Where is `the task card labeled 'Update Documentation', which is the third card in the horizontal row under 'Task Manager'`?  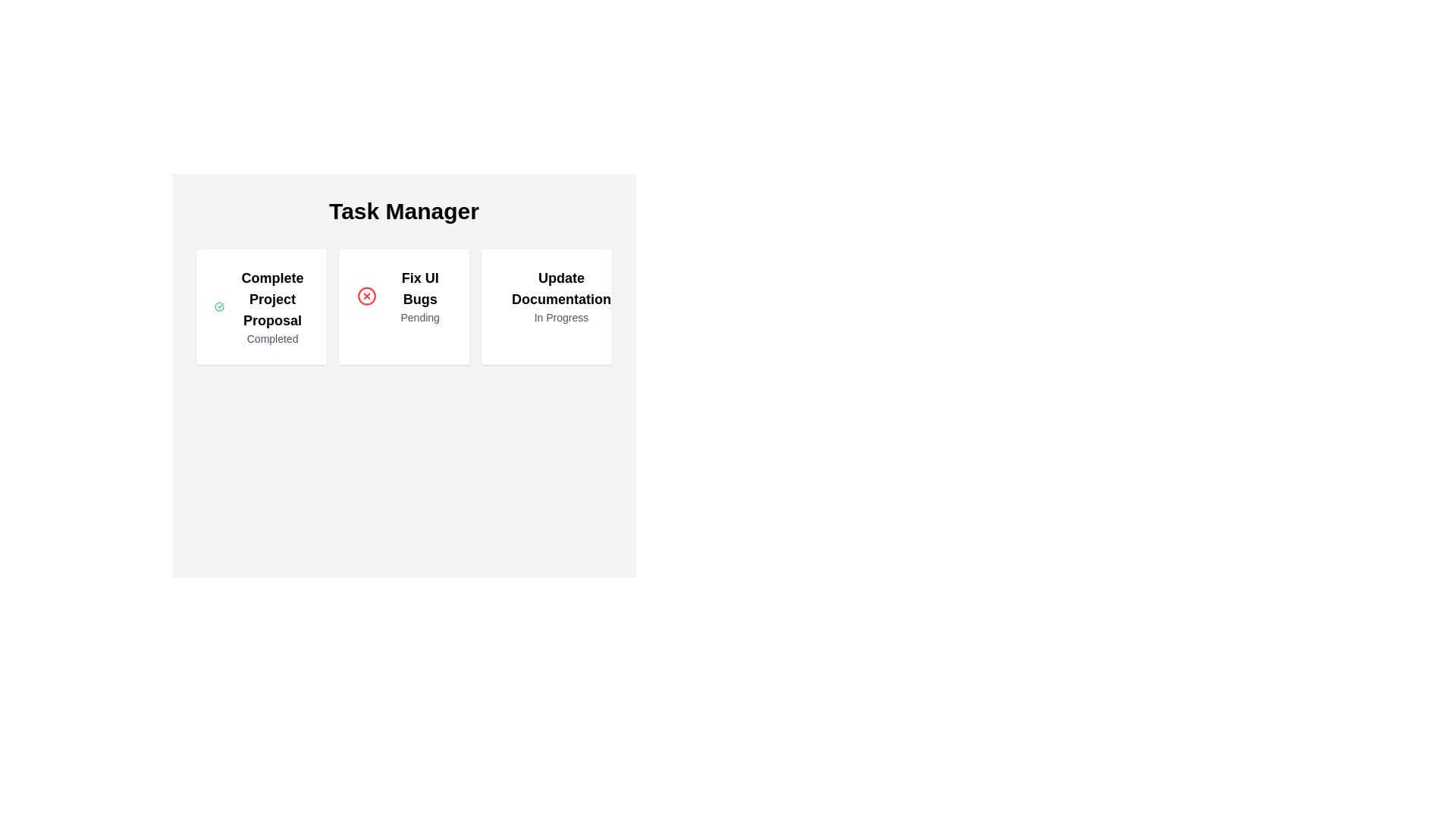 the task card labeled 'Update Documentation', which is the third card in the horizontal row under 'Task Manager' is located at coordinates (546, 296).